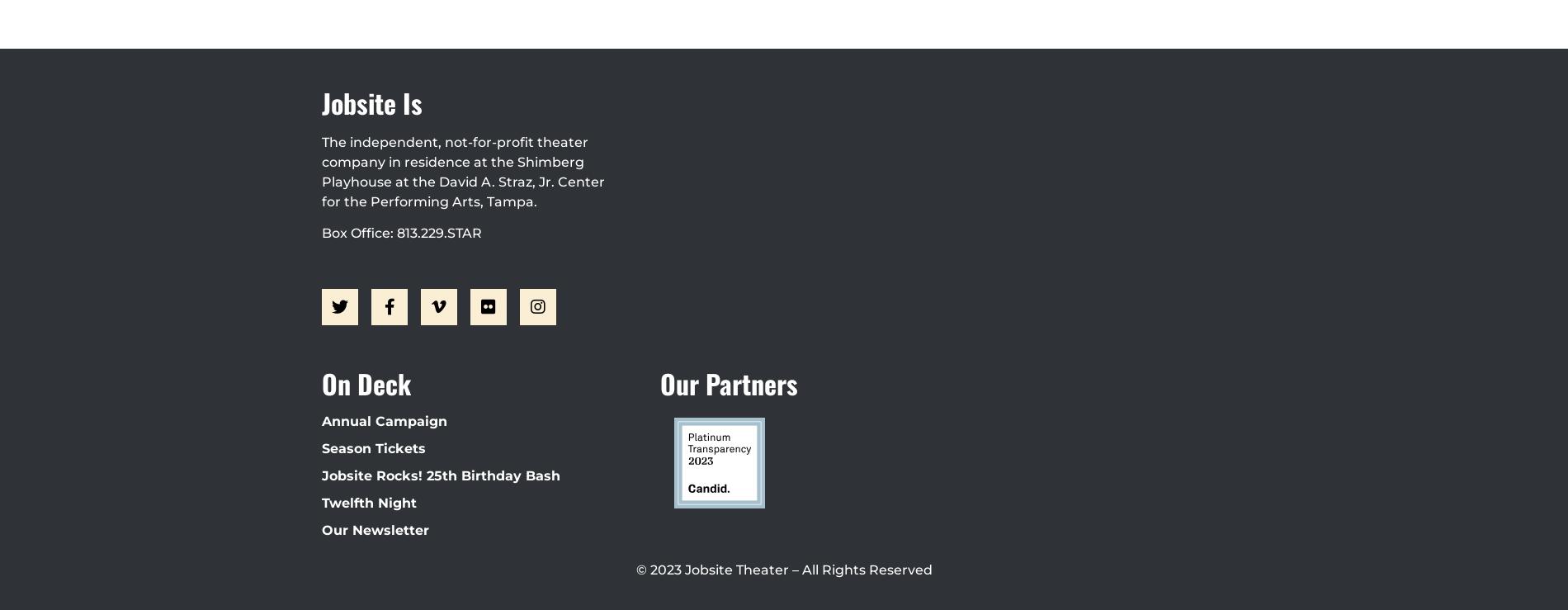 This screenshot has height=610, width=1568. I want to click on 'Annual Campaign', so click(384, 420).